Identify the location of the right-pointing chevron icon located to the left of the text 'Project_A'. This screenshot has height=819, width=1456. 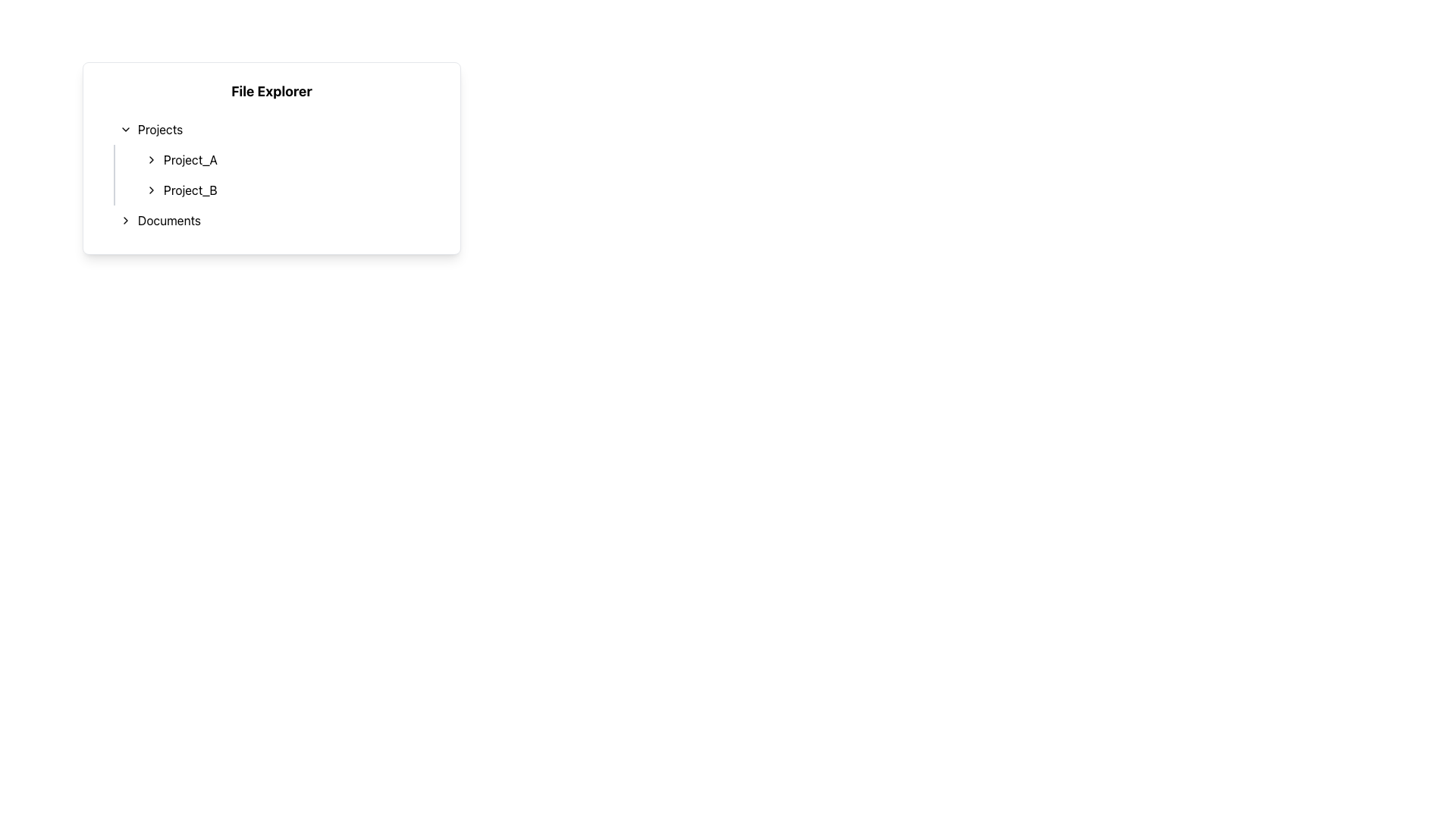
(152, 160).